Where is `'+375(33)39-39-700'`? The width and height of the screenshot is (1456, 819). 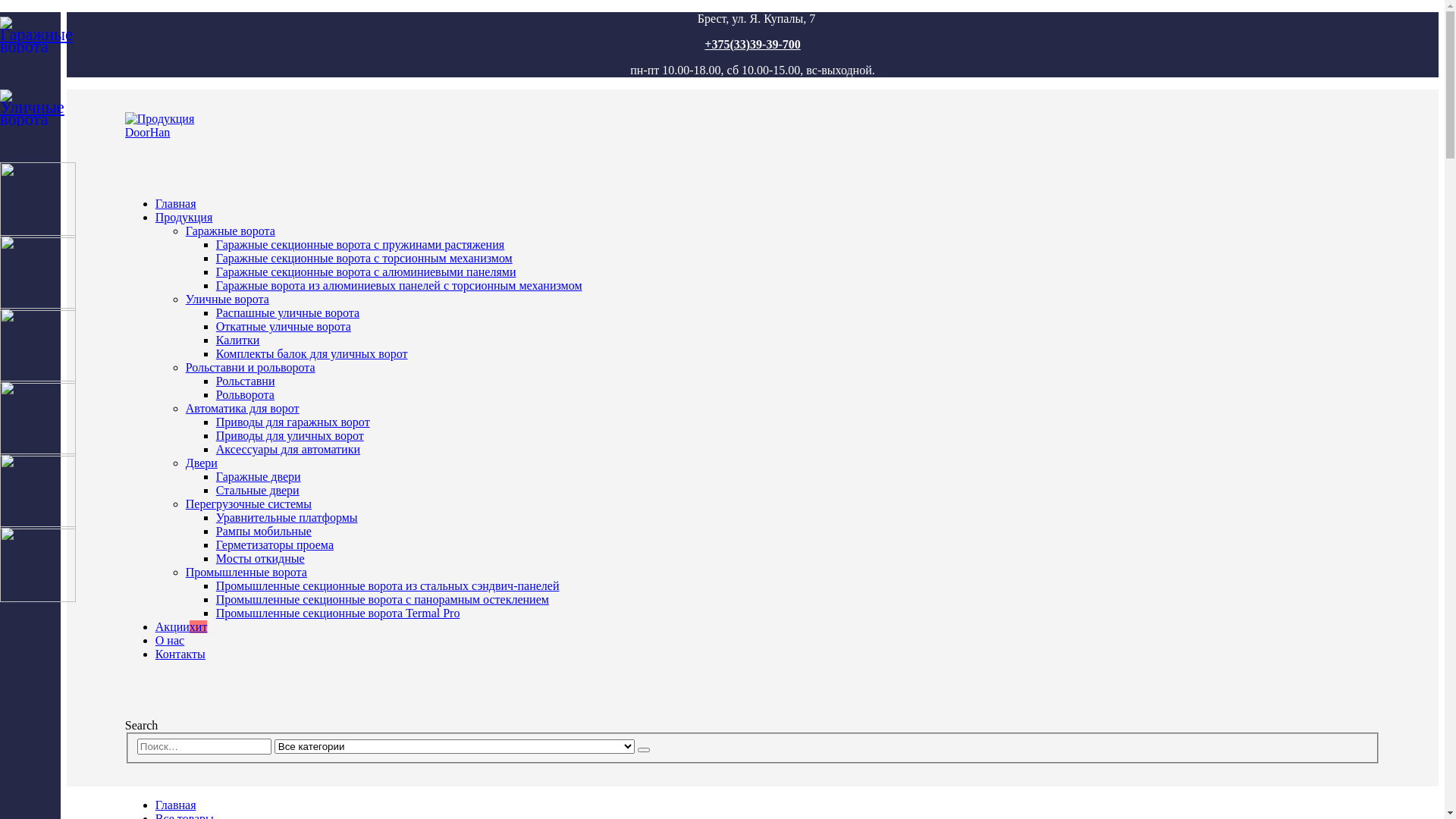
'+375(33)39-39-700' is located at coordinates (752, 43).